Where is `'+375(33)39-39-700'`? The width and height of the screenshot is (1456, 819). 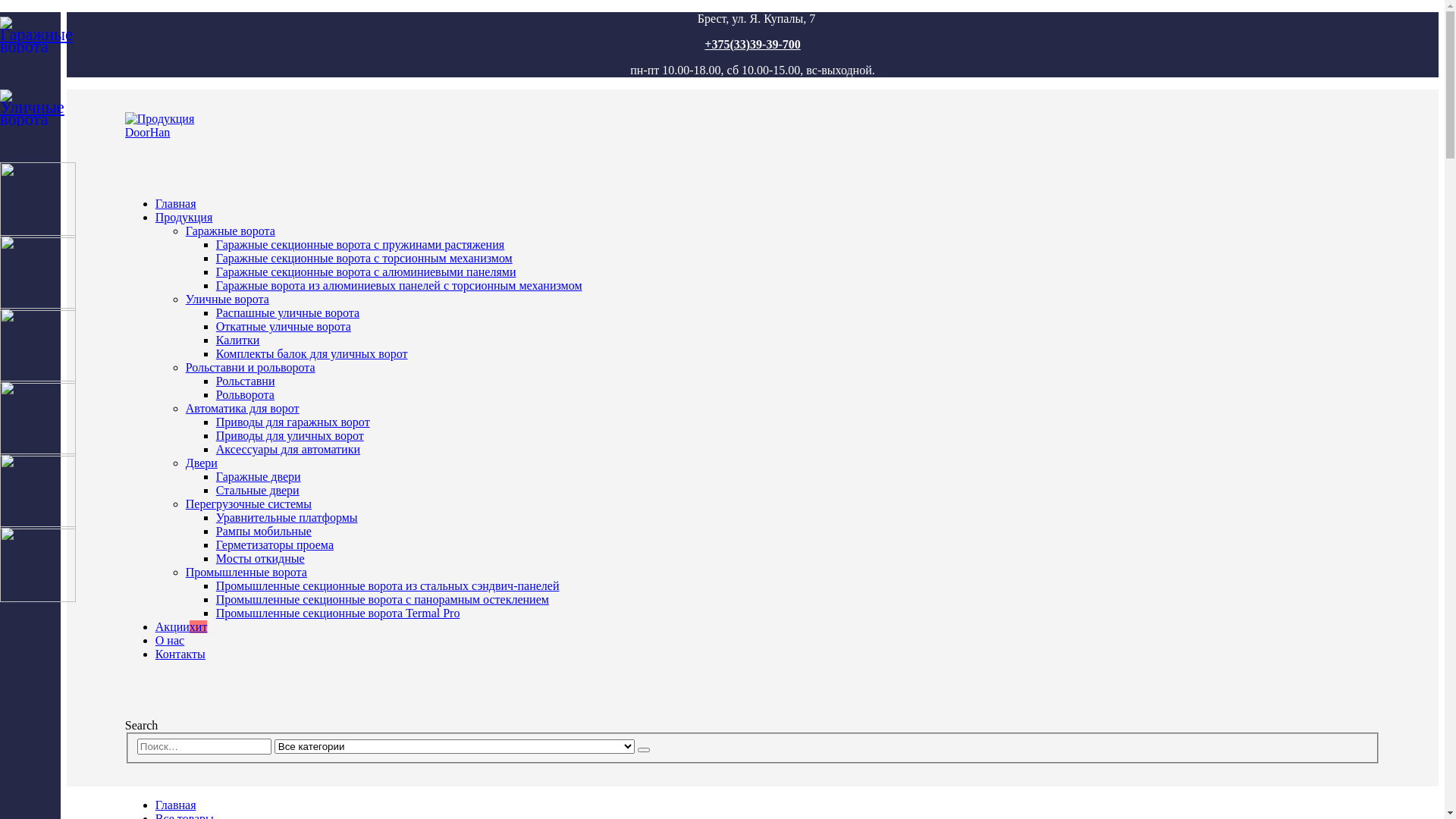
'+375(33)39-39-700' is located at coordinates (752, 43).